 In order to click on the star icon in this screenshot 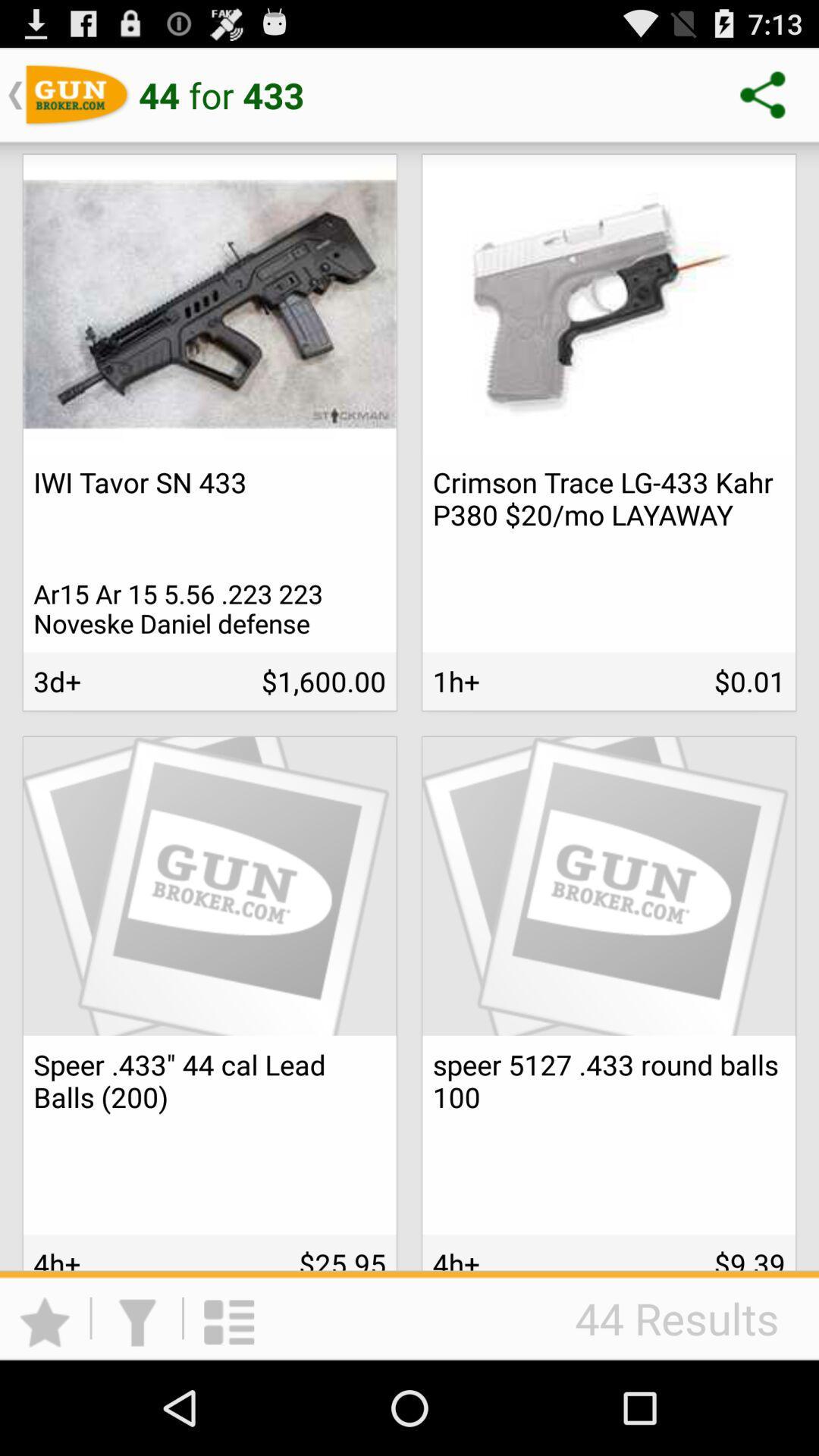, I will do `click(44, 1410)`.